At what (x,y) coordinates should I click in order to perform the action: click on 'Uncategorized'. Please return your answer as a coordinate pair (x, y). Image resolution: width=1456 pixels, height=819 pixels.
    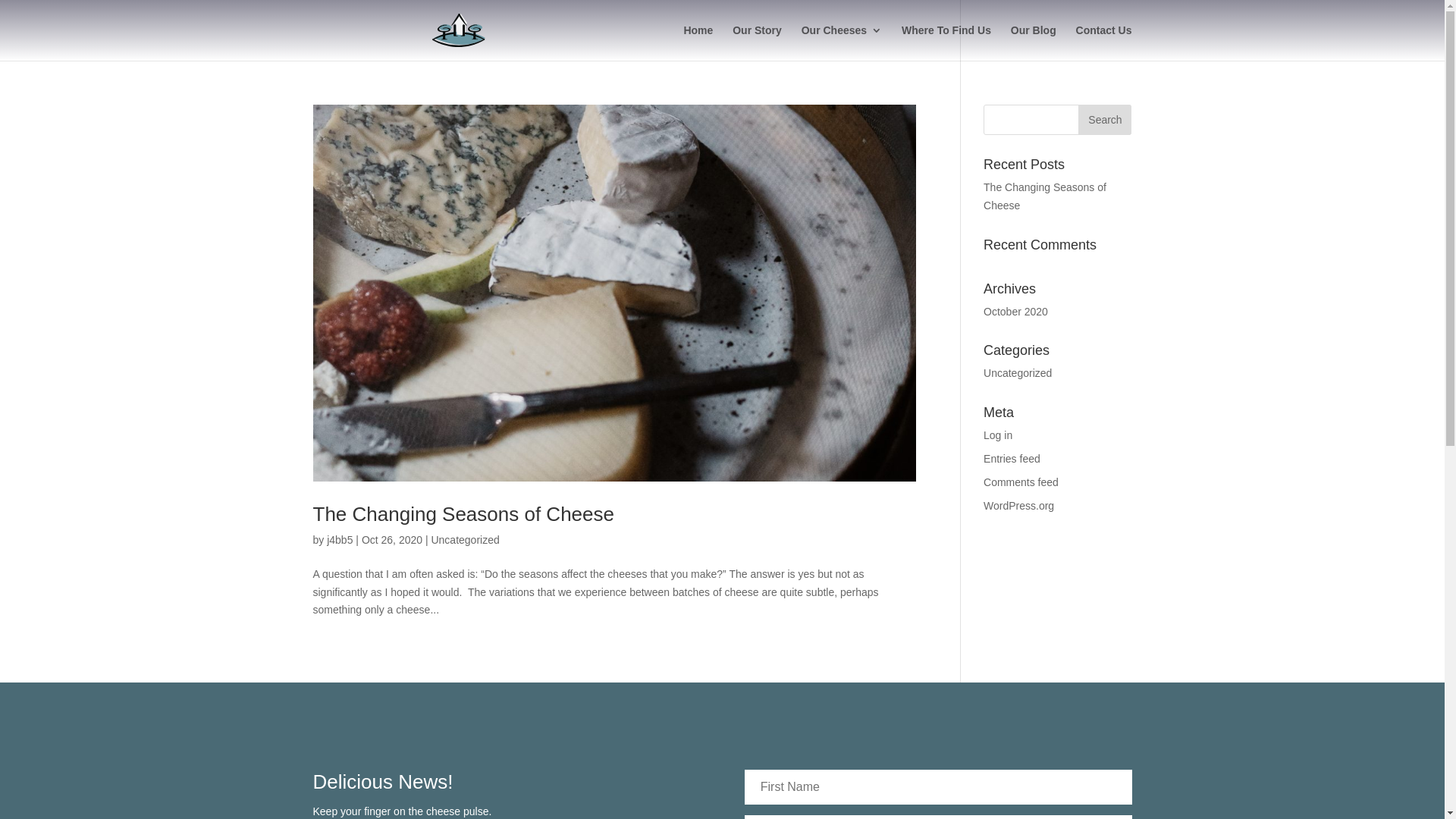
    Looking at the image, I should click on (1018, 373).